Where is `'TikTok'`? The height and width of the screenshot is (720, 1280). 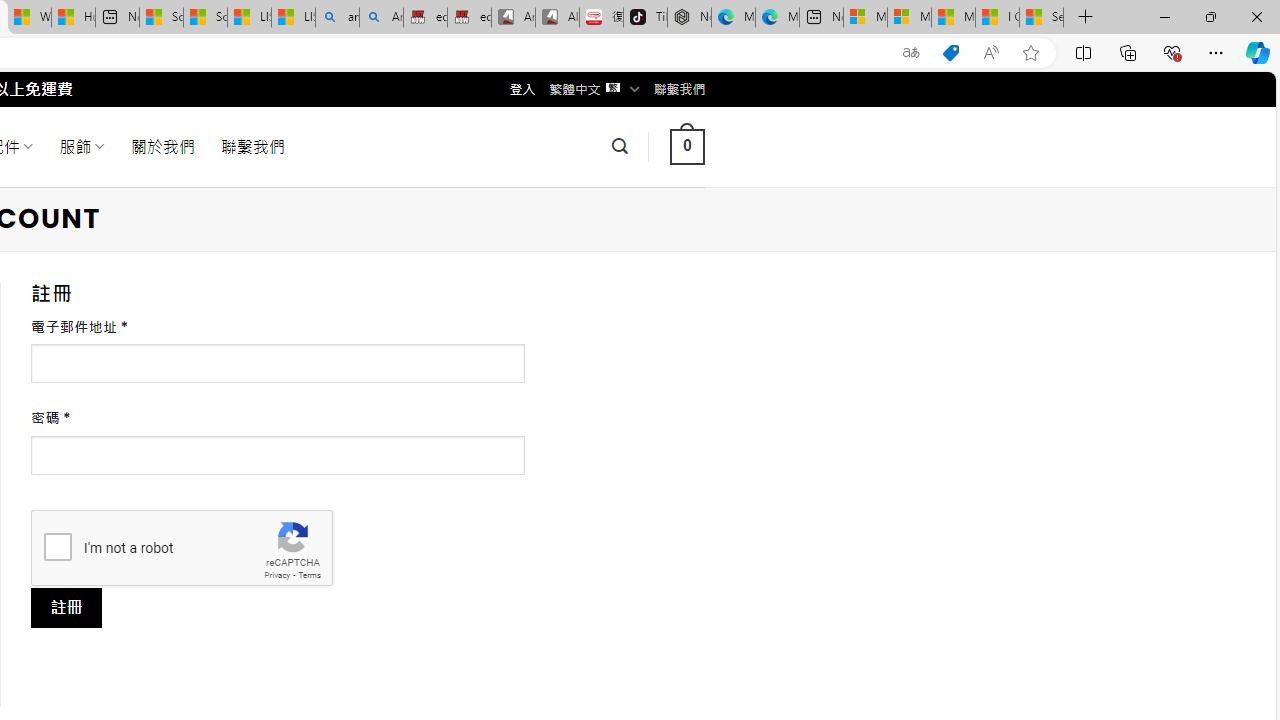 'TikTok' is located at coordinates (645, 17).